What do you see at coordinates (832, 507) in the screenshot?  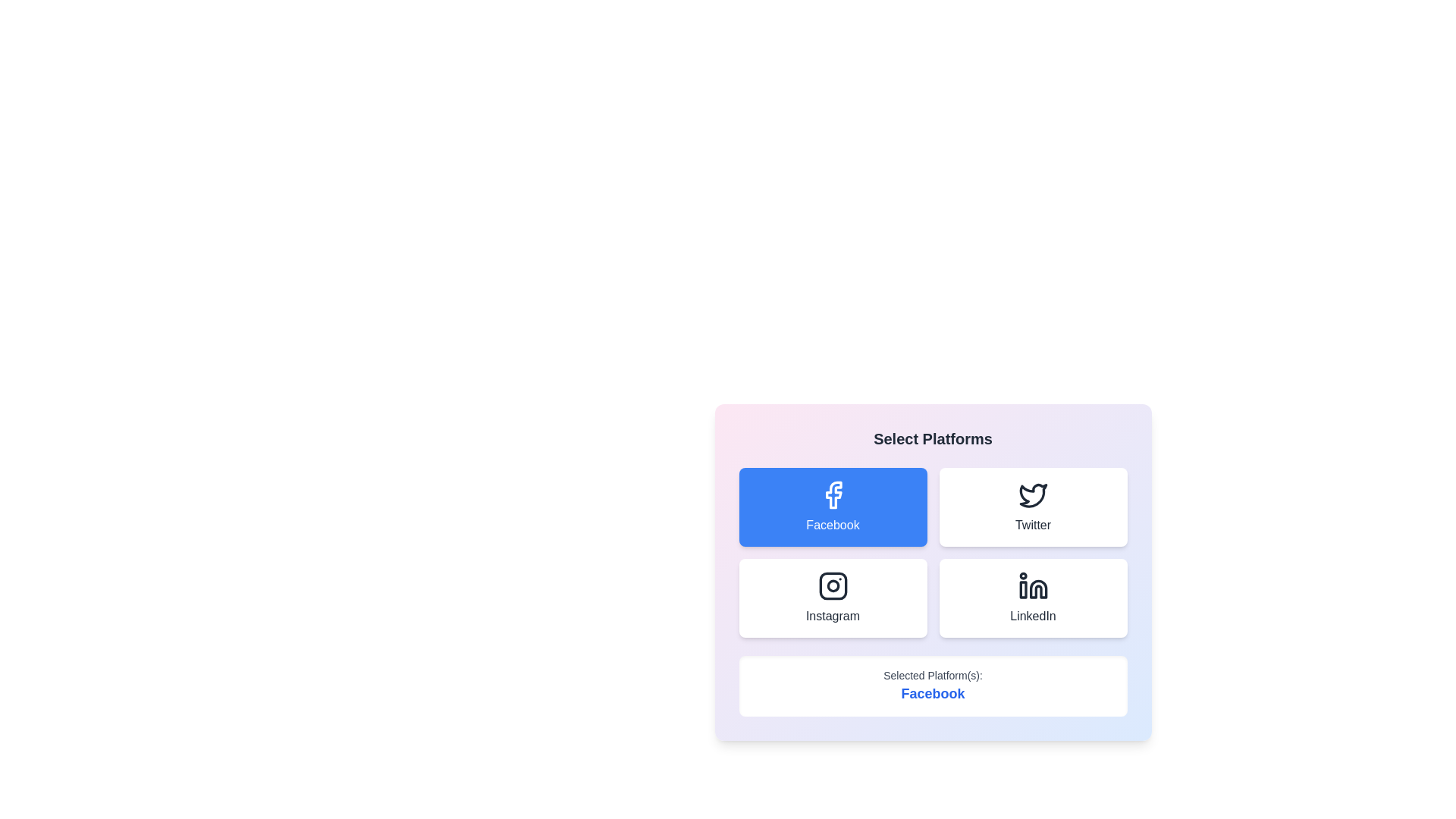 I see `the button corresponding to Facebook` at bounding box center [832, 507].